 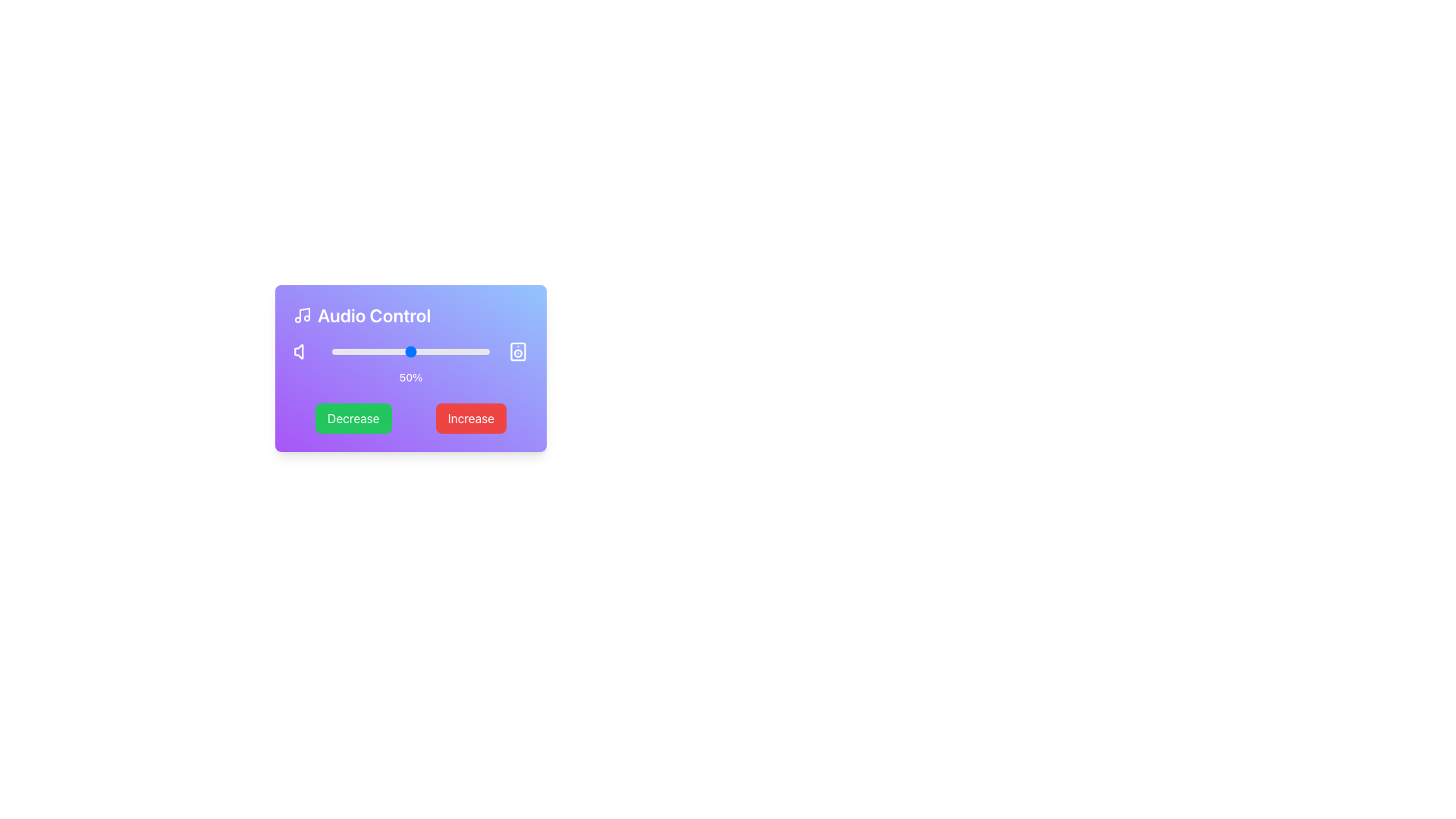 What do you see at coordinates (444, 351) in the screenshot?
I see `volume` at bounding box center [444, 351].